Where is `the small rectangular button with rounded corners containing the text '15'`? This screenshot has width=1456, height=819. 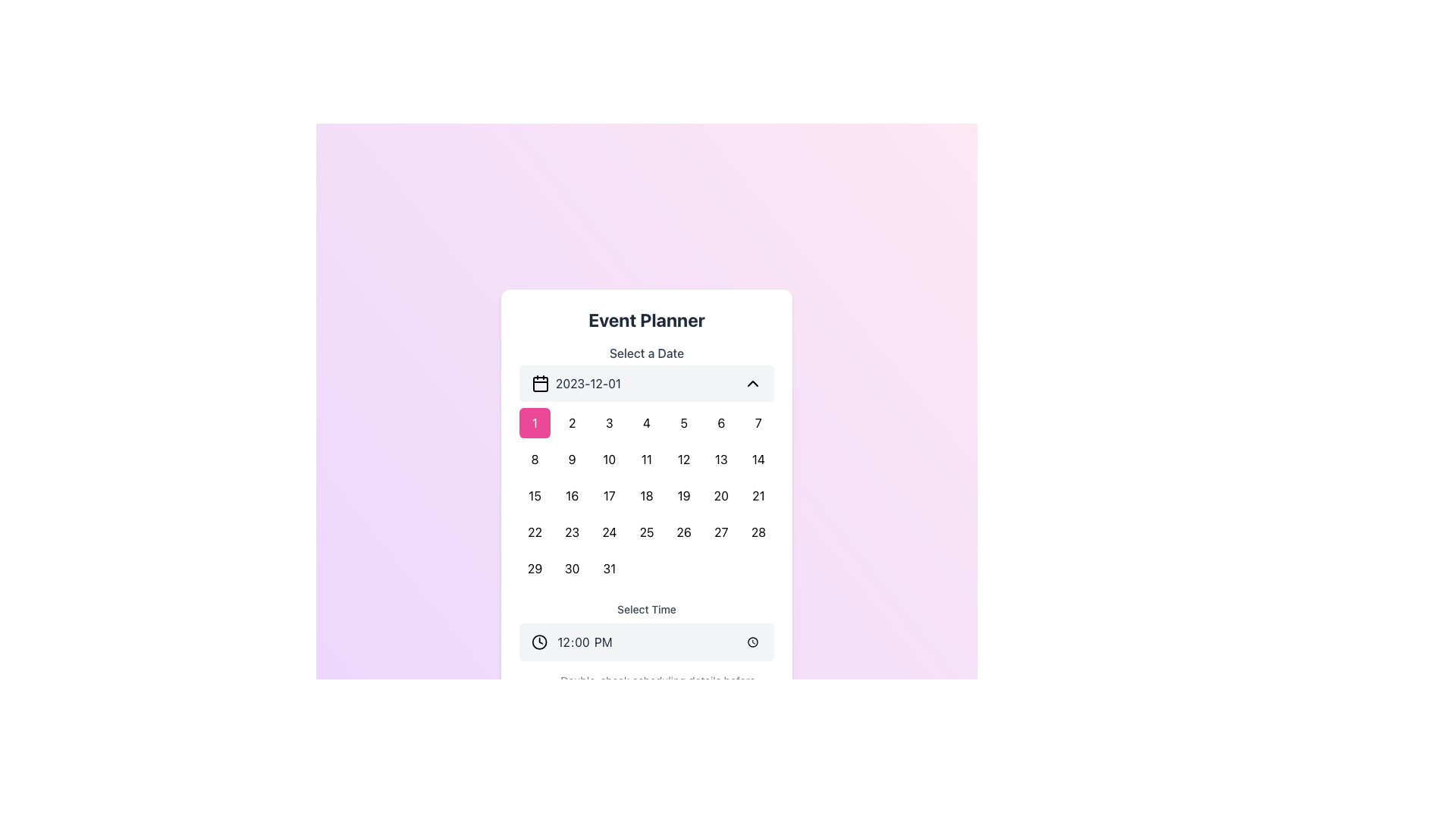
the small rectangular button with rounded corners containing the text '15' is located at coordinates (535, 496).